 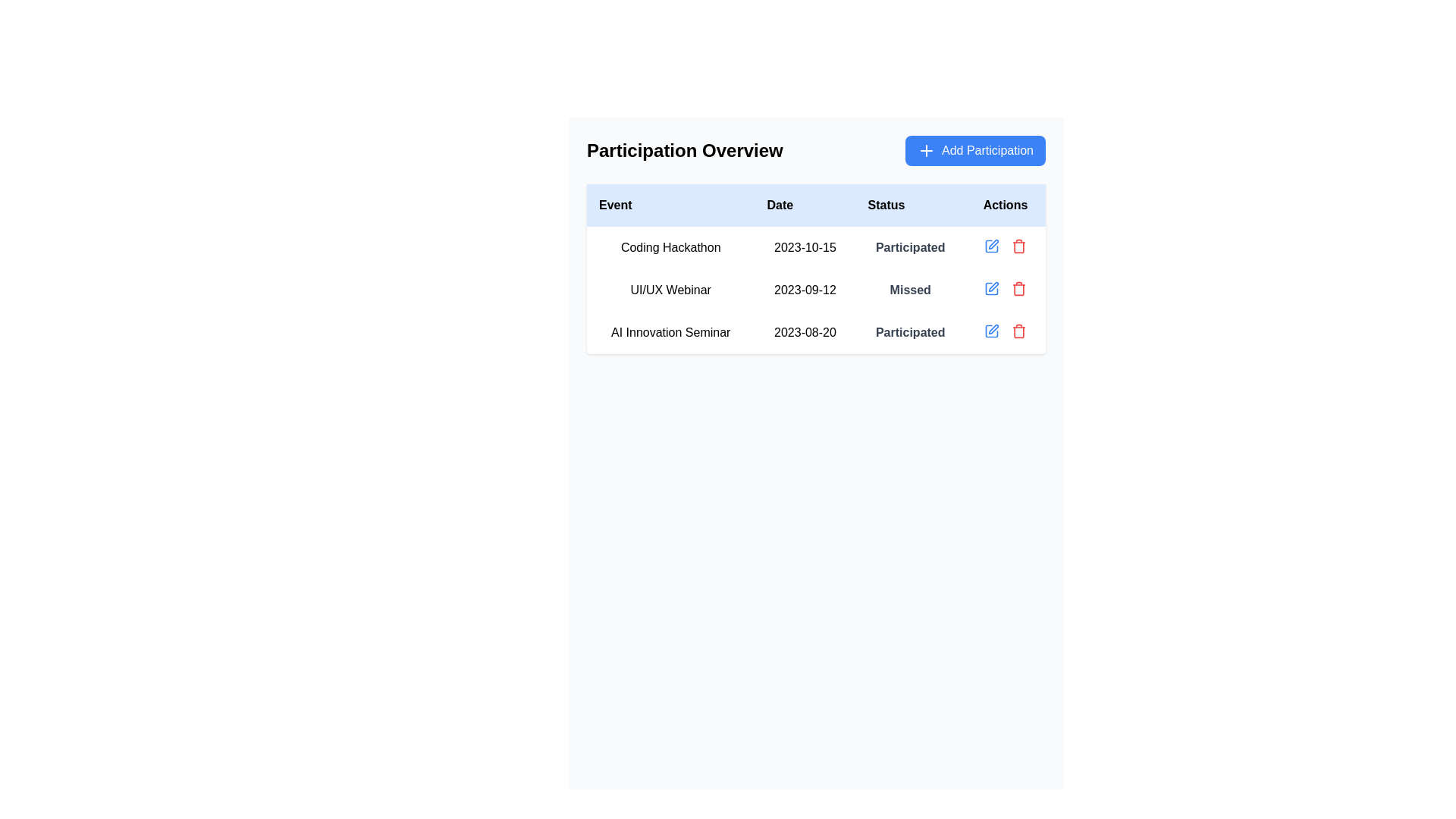 What do you see at coordinates (804, 290) in the screenshot?
I see `the text label displaying the date '2023-09-12' in the 'Date' column of the 'UI/UX Webinar' row` at bounding box center [804, 290].